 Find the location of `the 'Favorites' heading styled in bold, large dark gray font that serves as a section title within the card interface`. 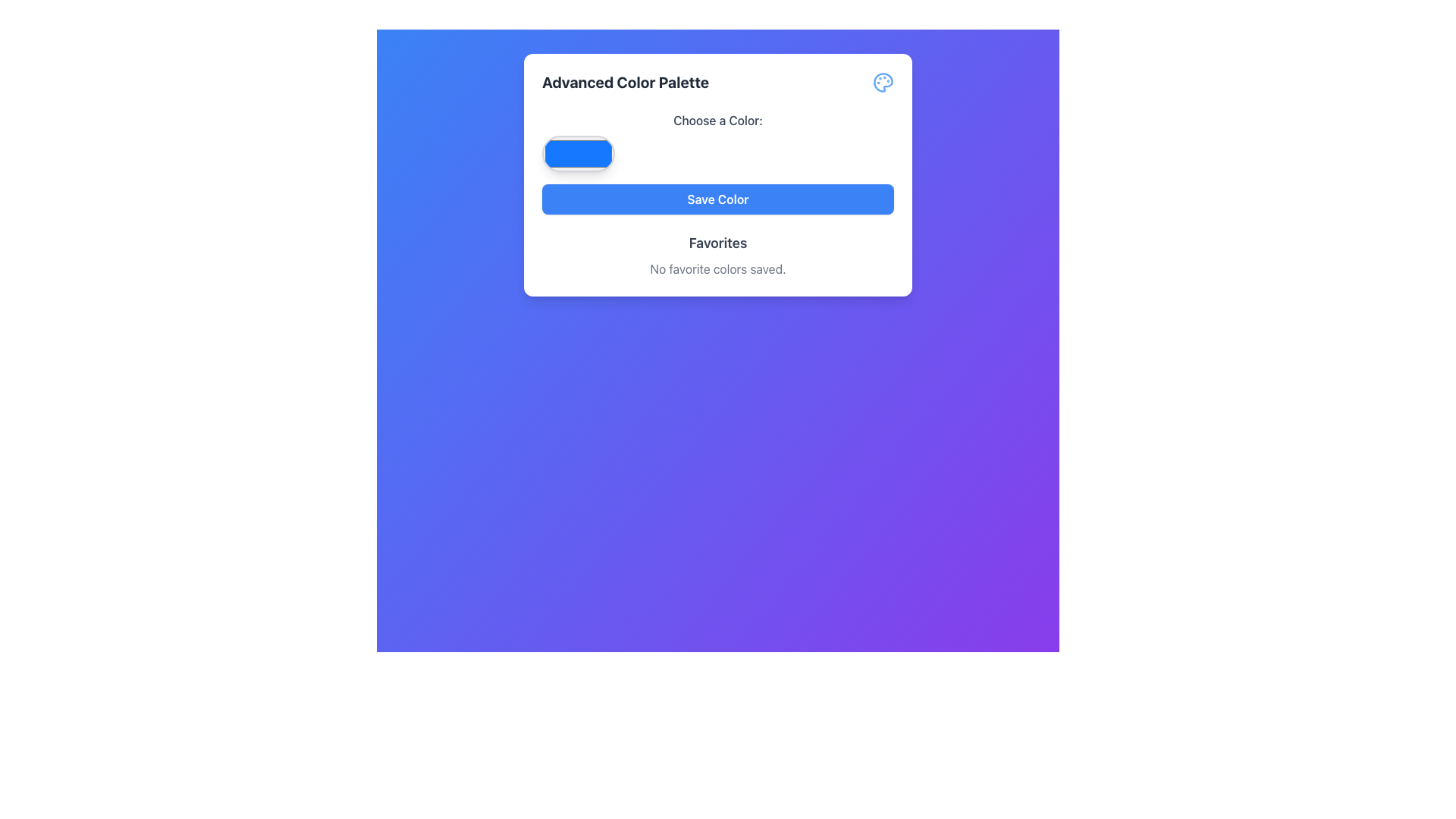

the 'Favorites' heading styled in bold, large dark gray font that serves as a section title within the card interface is located at coordinates (717, 242).